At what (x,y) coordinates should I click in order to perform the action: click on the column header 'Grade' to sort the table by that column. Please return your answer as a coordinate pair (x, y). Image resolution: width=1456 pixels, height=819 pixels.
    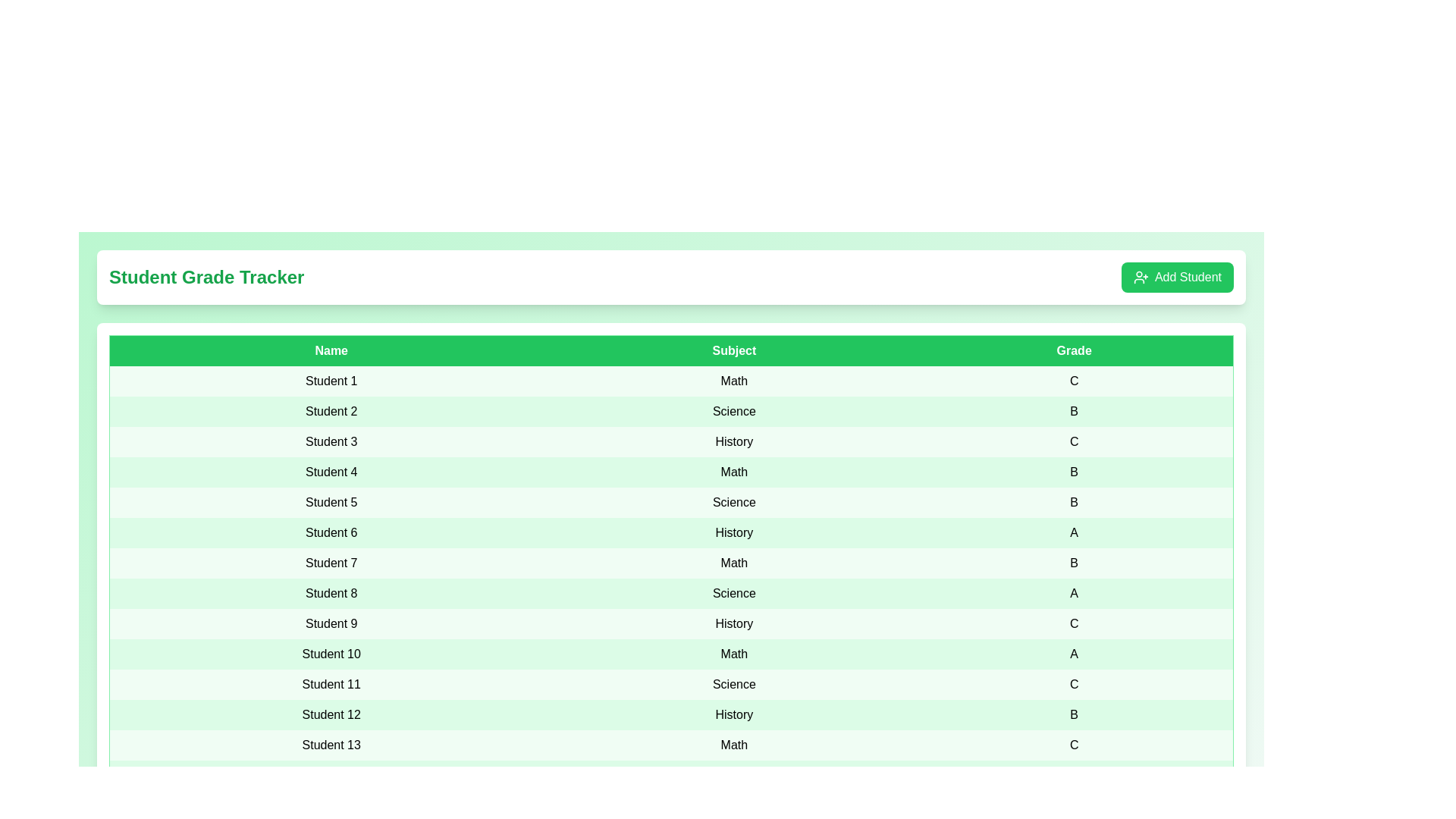
    Looking at the image, I should click on (1073, 350).